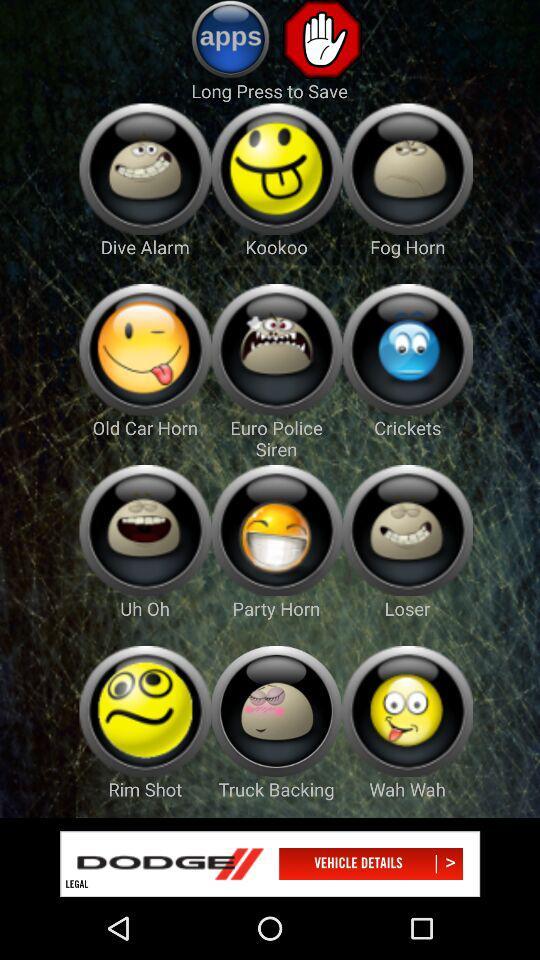  What do you see at coordinates (322, 38) in the screenshot?
I see `stop button` at bounding box center [322, 38].